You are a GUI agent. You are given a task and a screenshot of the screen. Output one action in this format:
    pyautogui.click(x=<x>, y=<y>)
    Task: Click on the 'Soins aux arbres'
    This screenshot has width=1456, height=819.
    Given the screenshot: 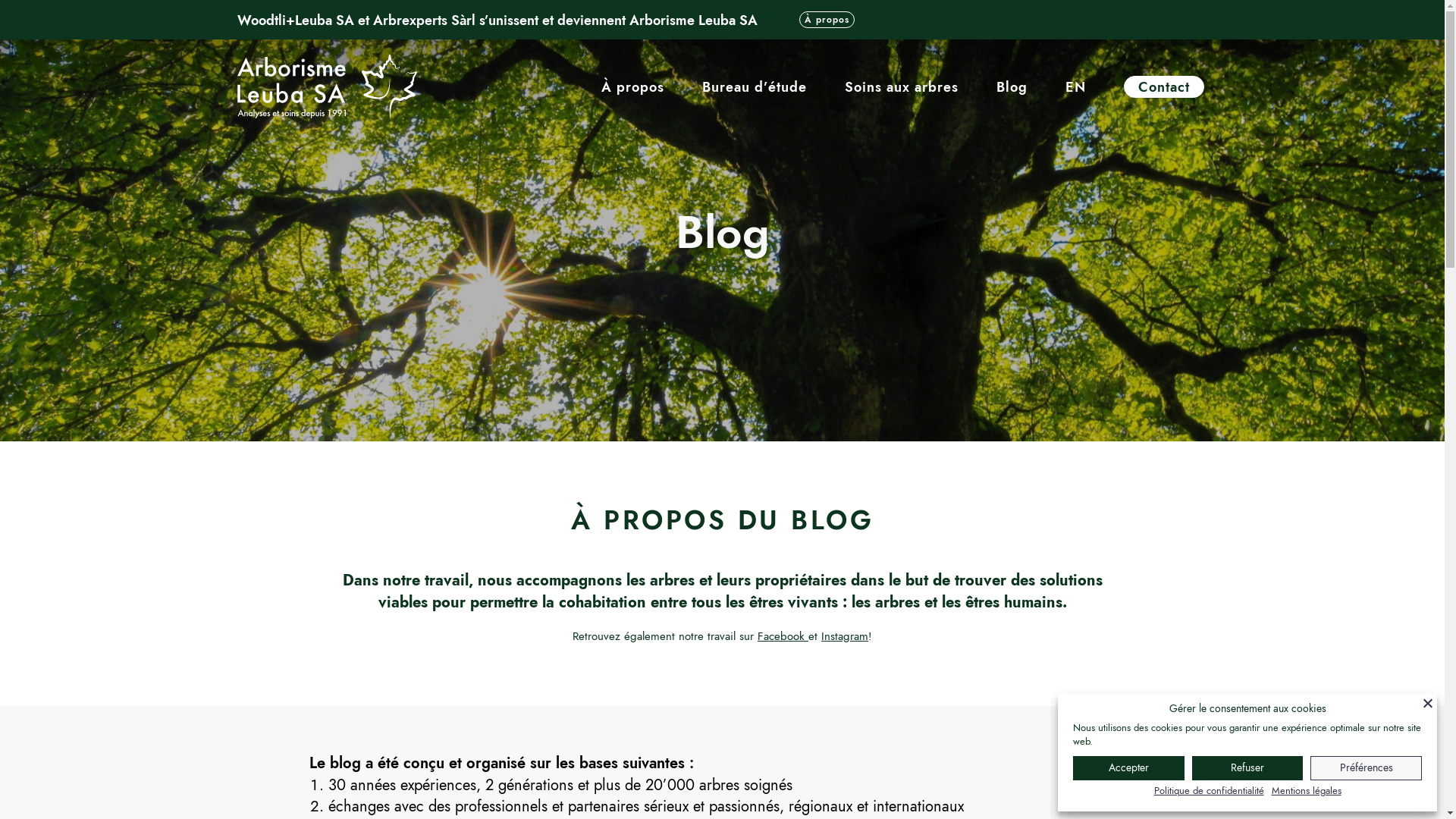 What is the action you would take?
    pyautogui.click(x=902, y=87)
    